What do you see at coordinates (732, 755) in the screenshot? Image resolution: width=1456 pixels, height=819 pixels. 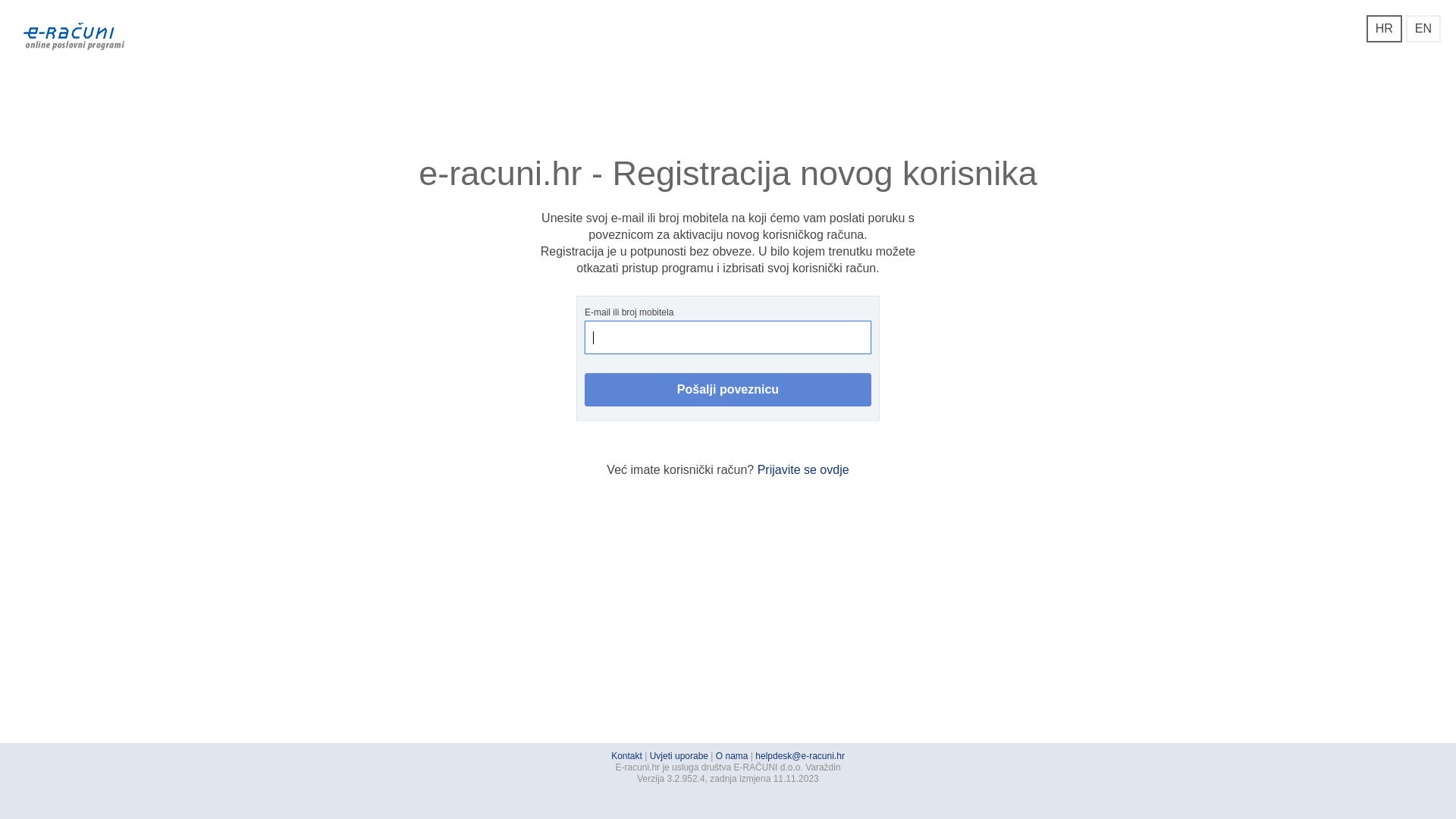 I see `'O nama'` at bounding box center [732, 755].